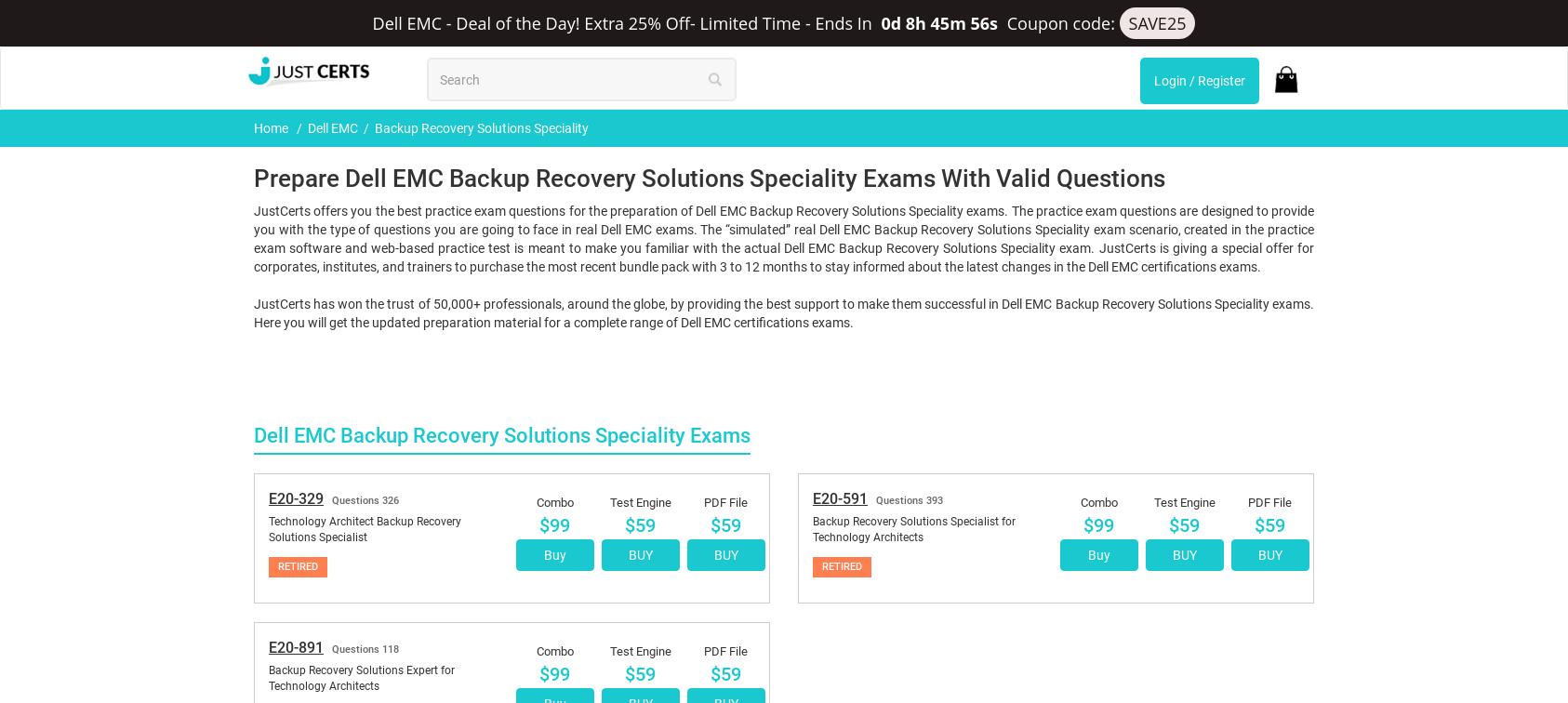 The height and width of the screenshot is (703, 1568). What do you see at coordinates (537, 672) in the screenshot?
I see `'Success in the Dell EMC Backup Recovery Solutions Speciality Certification Exams'` at bounding box center [537, 672].